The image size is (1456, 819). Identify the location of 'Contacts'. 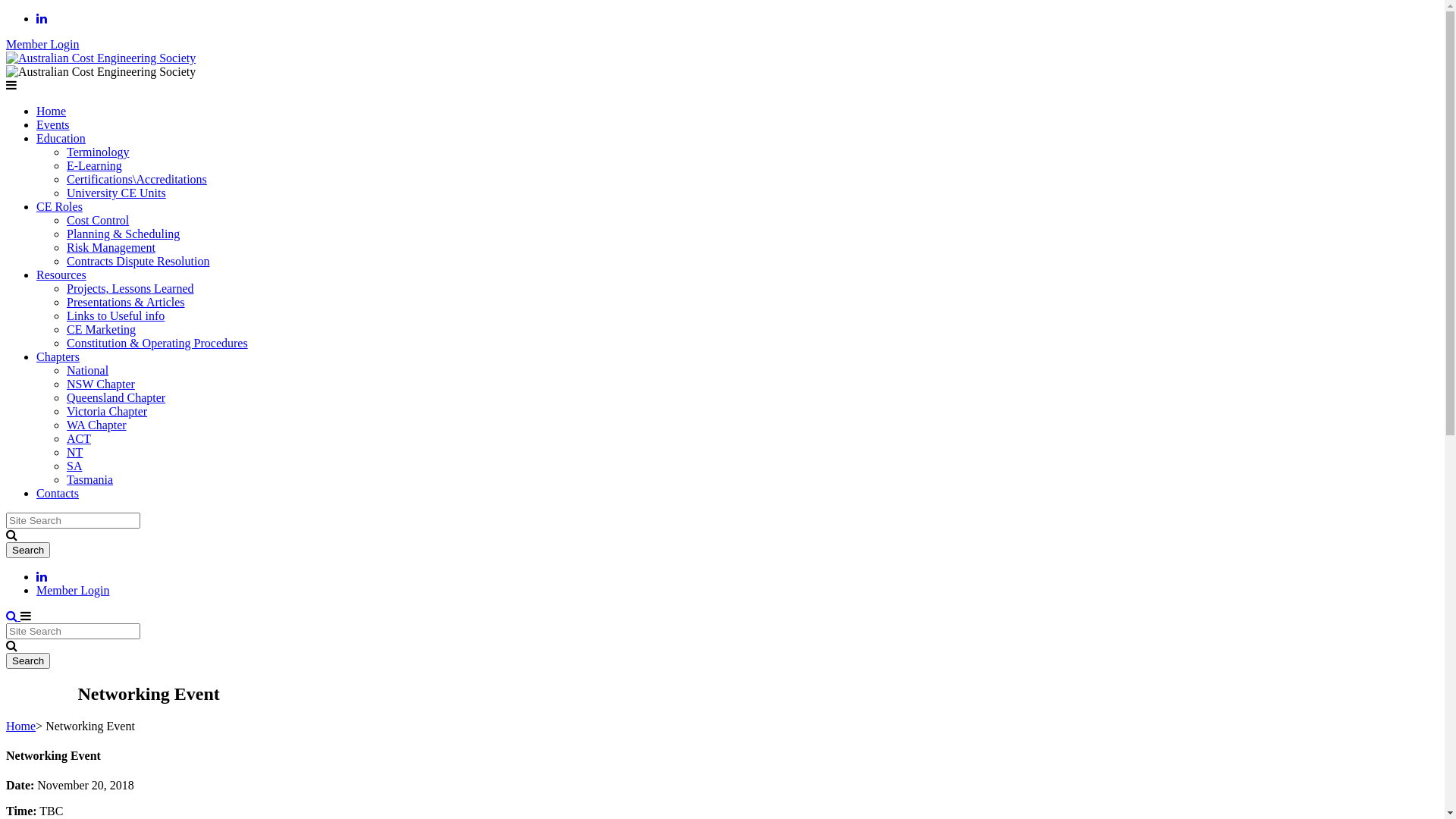
(58, 493).